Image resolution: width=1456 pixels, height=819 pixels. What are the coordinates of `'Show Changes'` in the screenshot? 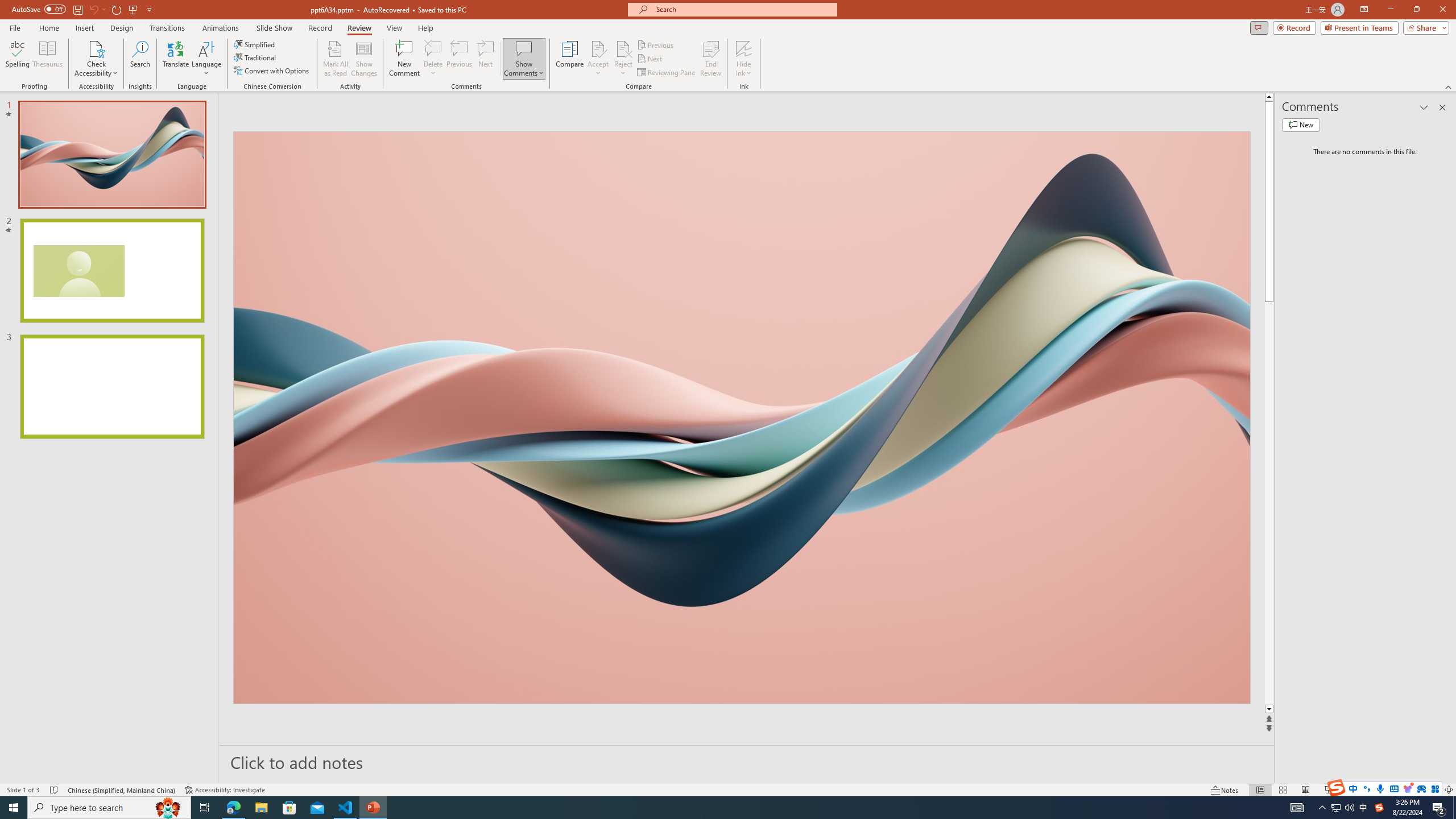 It's located at (364, 59).